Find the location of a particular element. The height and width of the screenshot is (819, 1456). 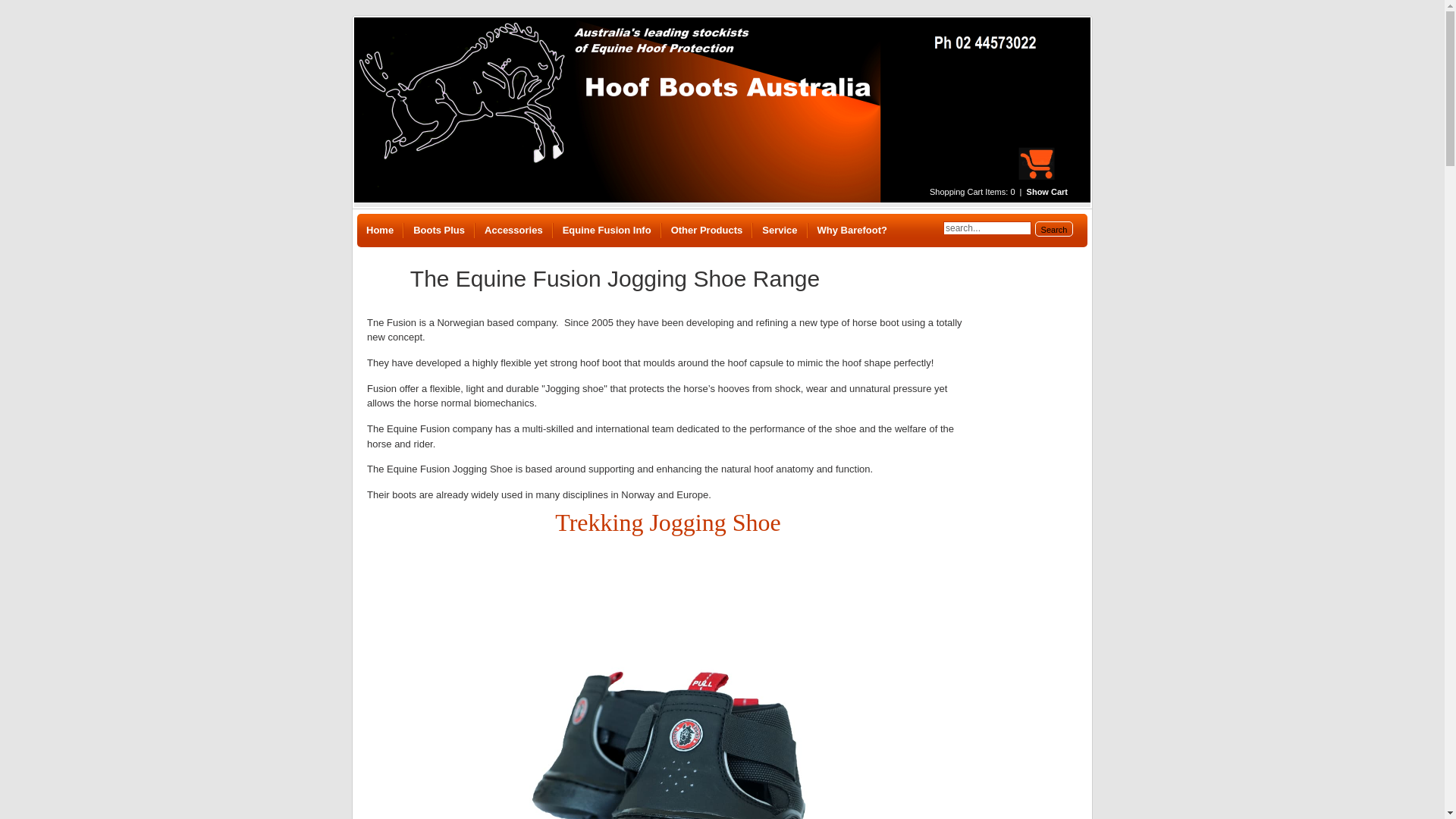

'Service' is located at coordinates (779, 231).